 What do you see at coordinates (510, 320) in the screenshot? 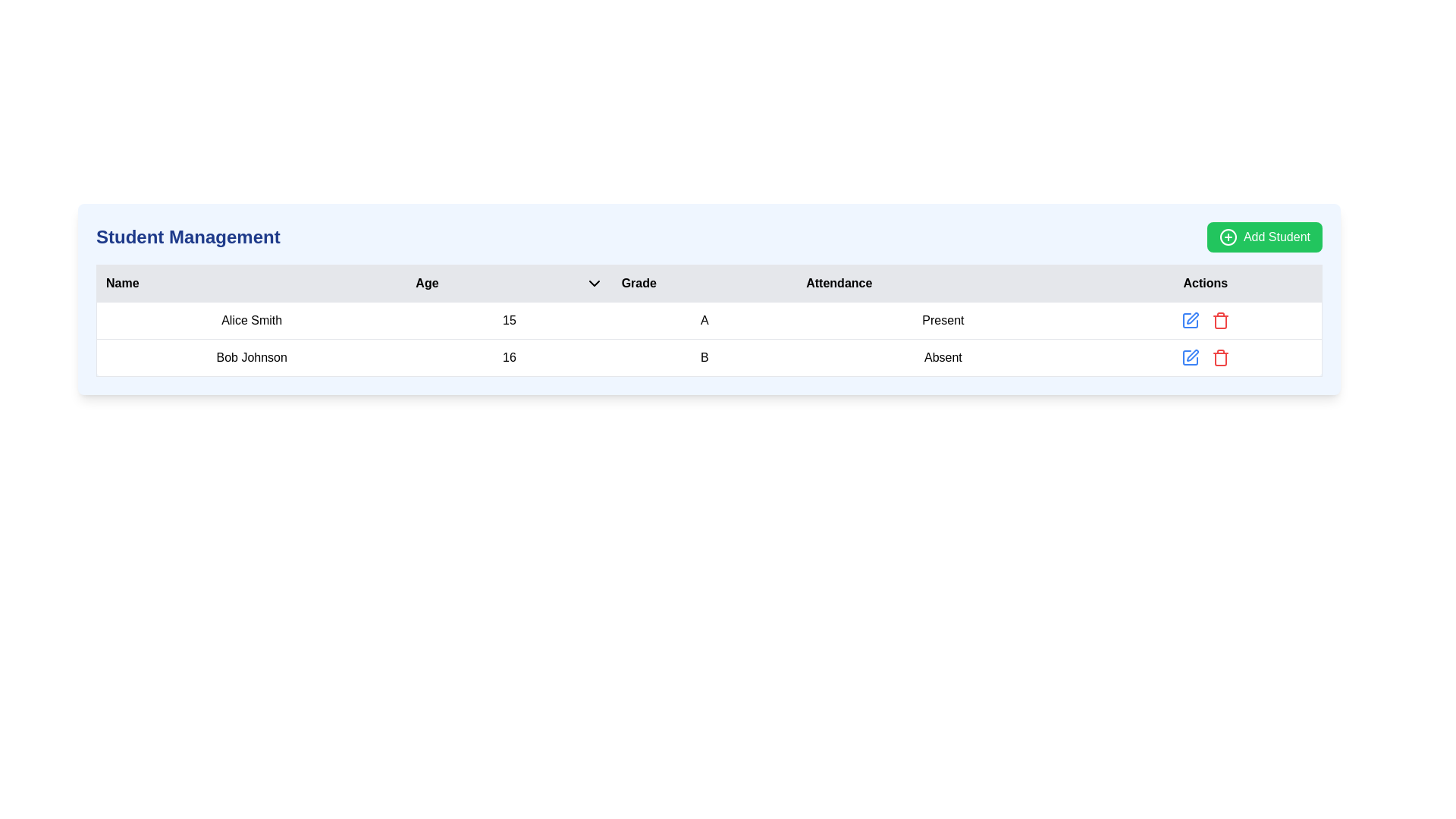
I see `the static text element displaying the number '15' in the 'Age' column for the student 'Alice Smith' in the table` at bounding box center [510, 320].